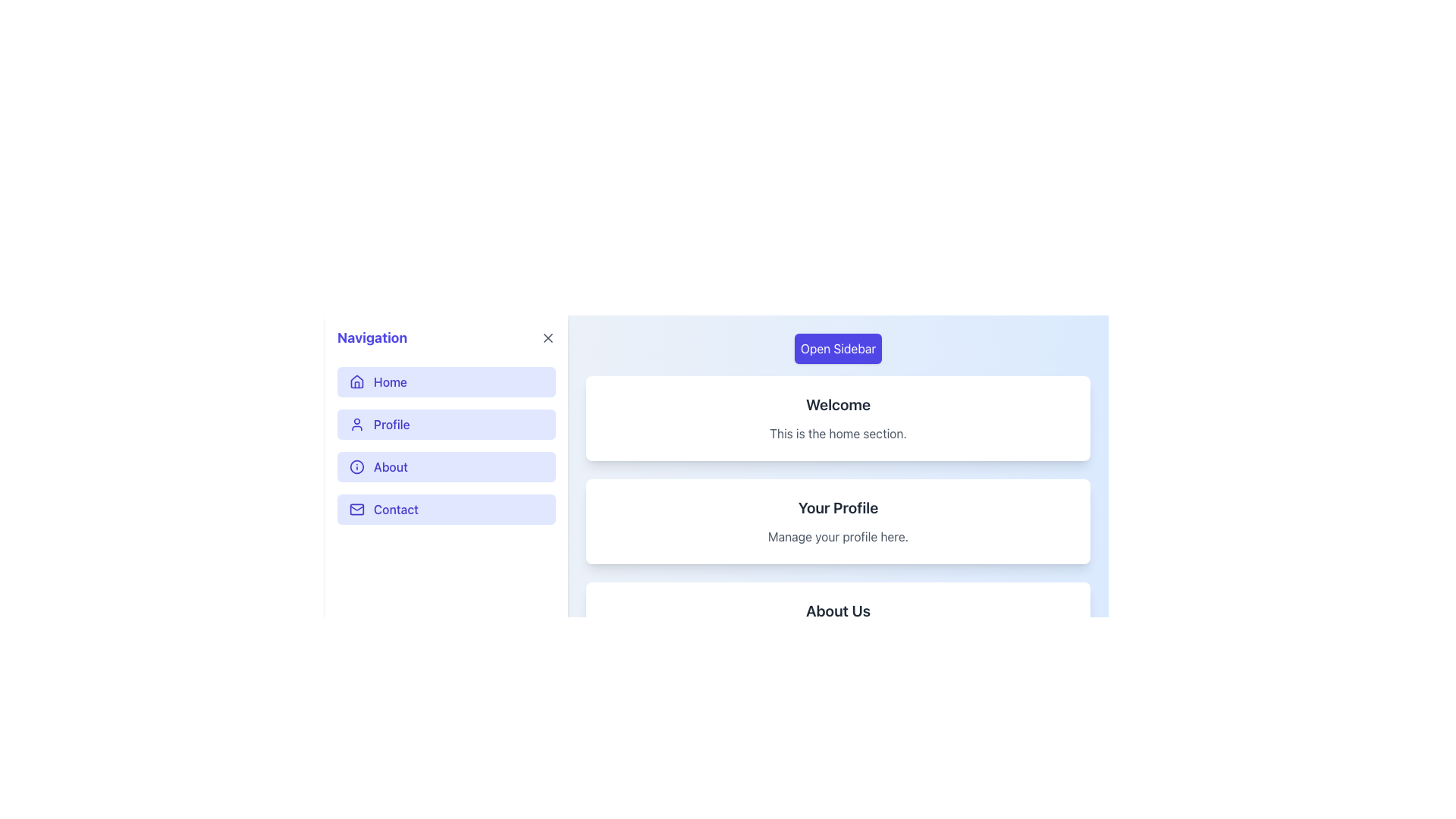 This screenshot has width=1456, height=819. What do you see at coordinates (356, 508) in the screenshot?
I see `the slanted line graphic within the mail-shaped icon located at the bottom of the navigation menu, next to the 'Contact' label` at bounding box center [356, 508].